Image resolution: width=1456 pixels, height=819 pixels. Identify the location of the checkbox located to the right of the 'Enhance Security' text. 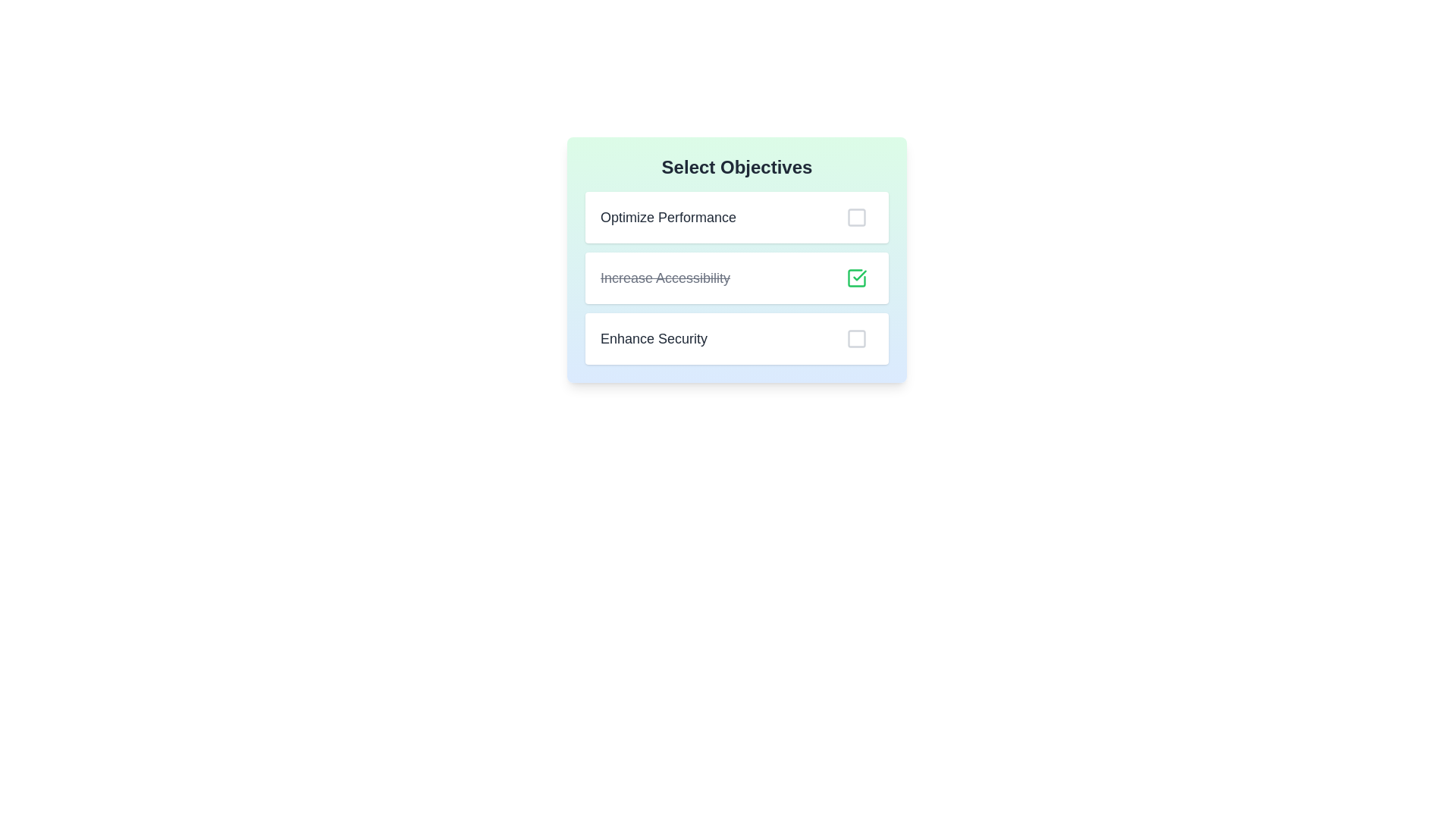
(856, 338).